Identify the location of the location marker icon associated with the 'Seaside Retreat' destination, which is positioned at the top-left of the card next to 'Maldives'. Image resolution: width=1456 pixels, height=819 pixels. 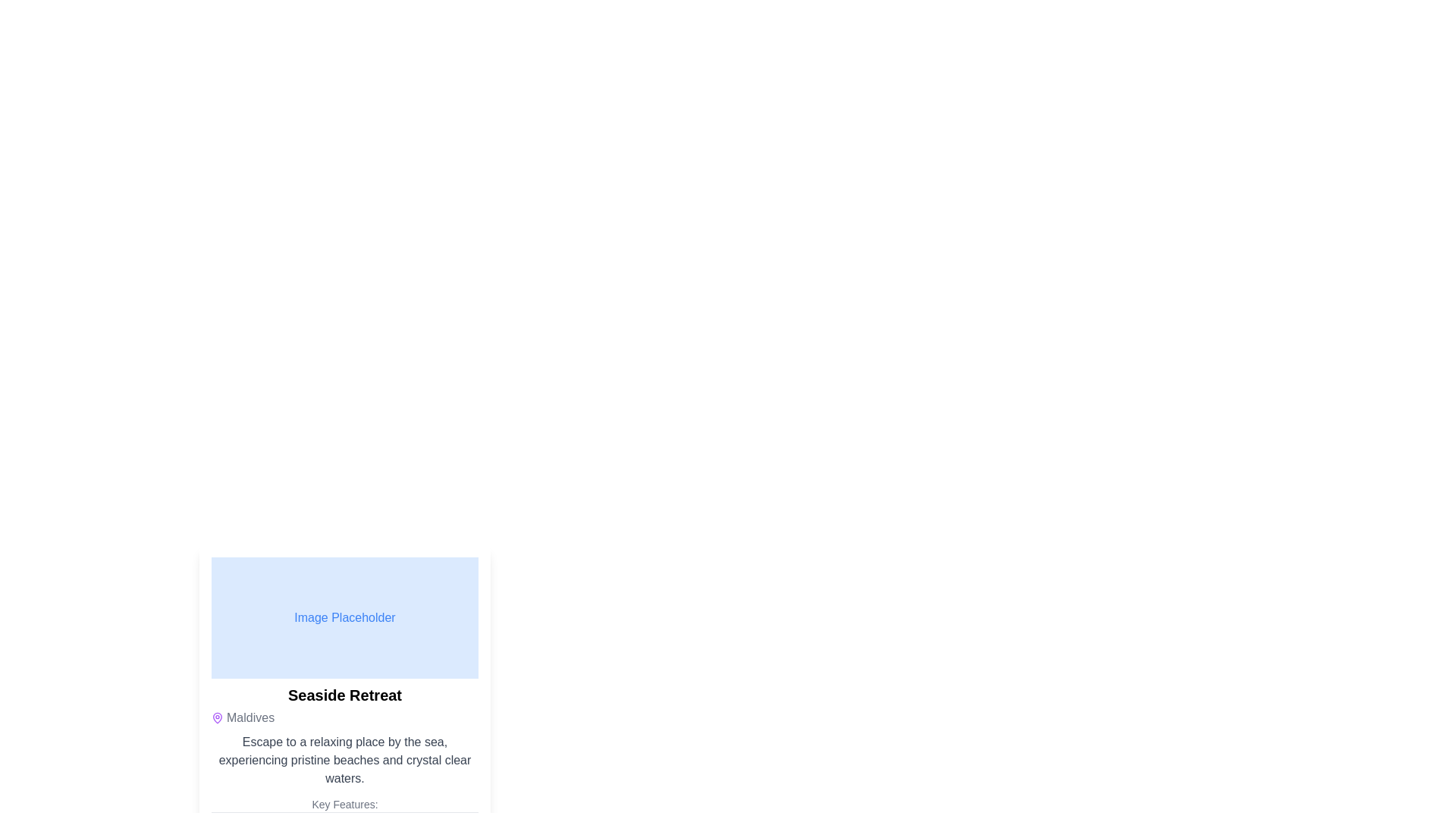
(217, 717).